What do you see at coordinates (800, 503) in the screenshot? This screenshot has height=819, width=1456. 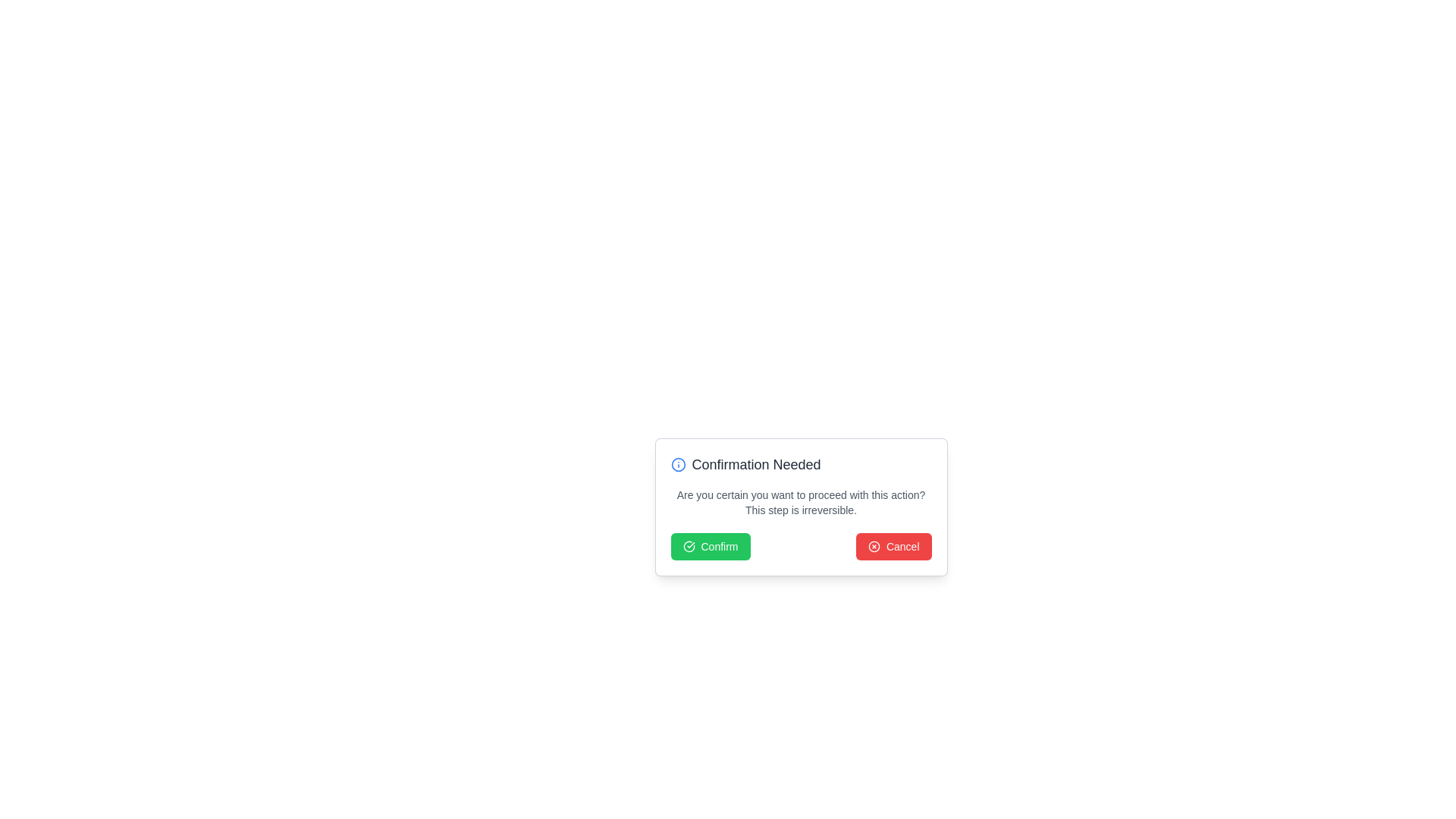 I see `text displayed in the lighter gray font of the confirmation message, which warns about the irreversibility of the action` at bounding box center [800, 503].